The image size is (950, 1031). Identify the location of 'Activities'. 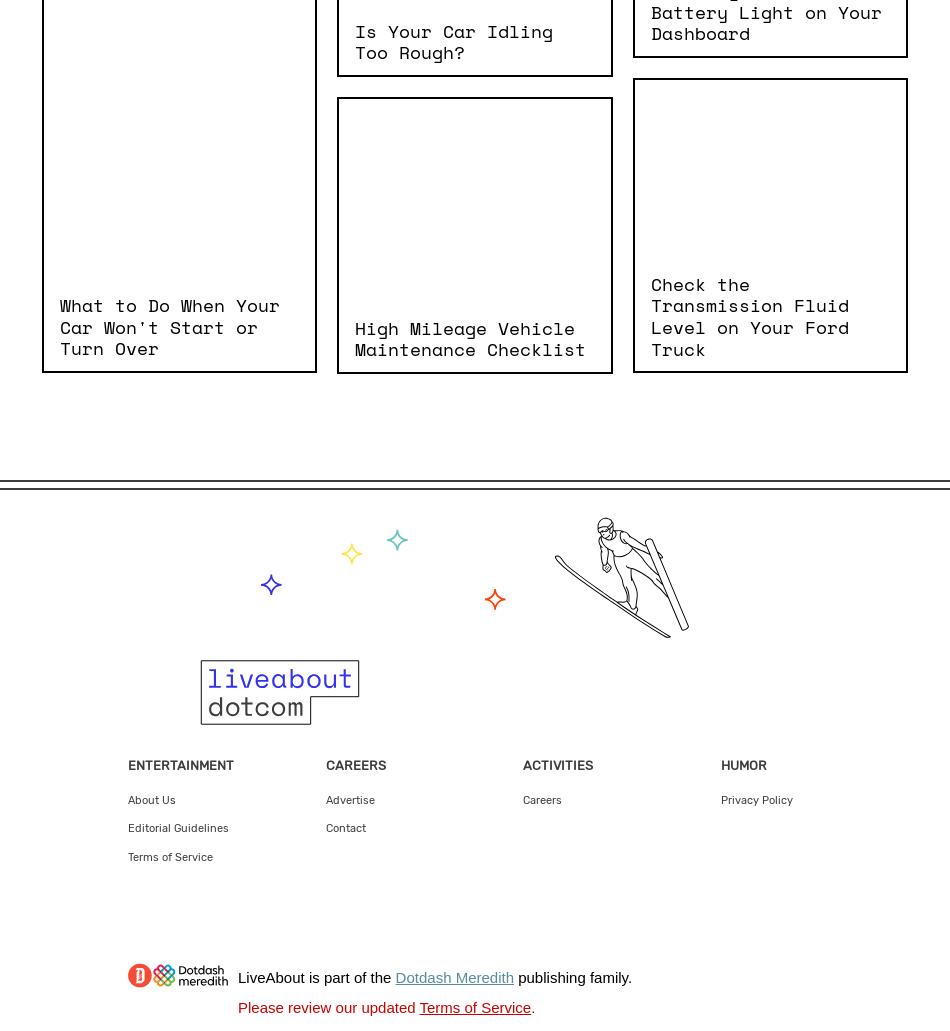
(558, 763).